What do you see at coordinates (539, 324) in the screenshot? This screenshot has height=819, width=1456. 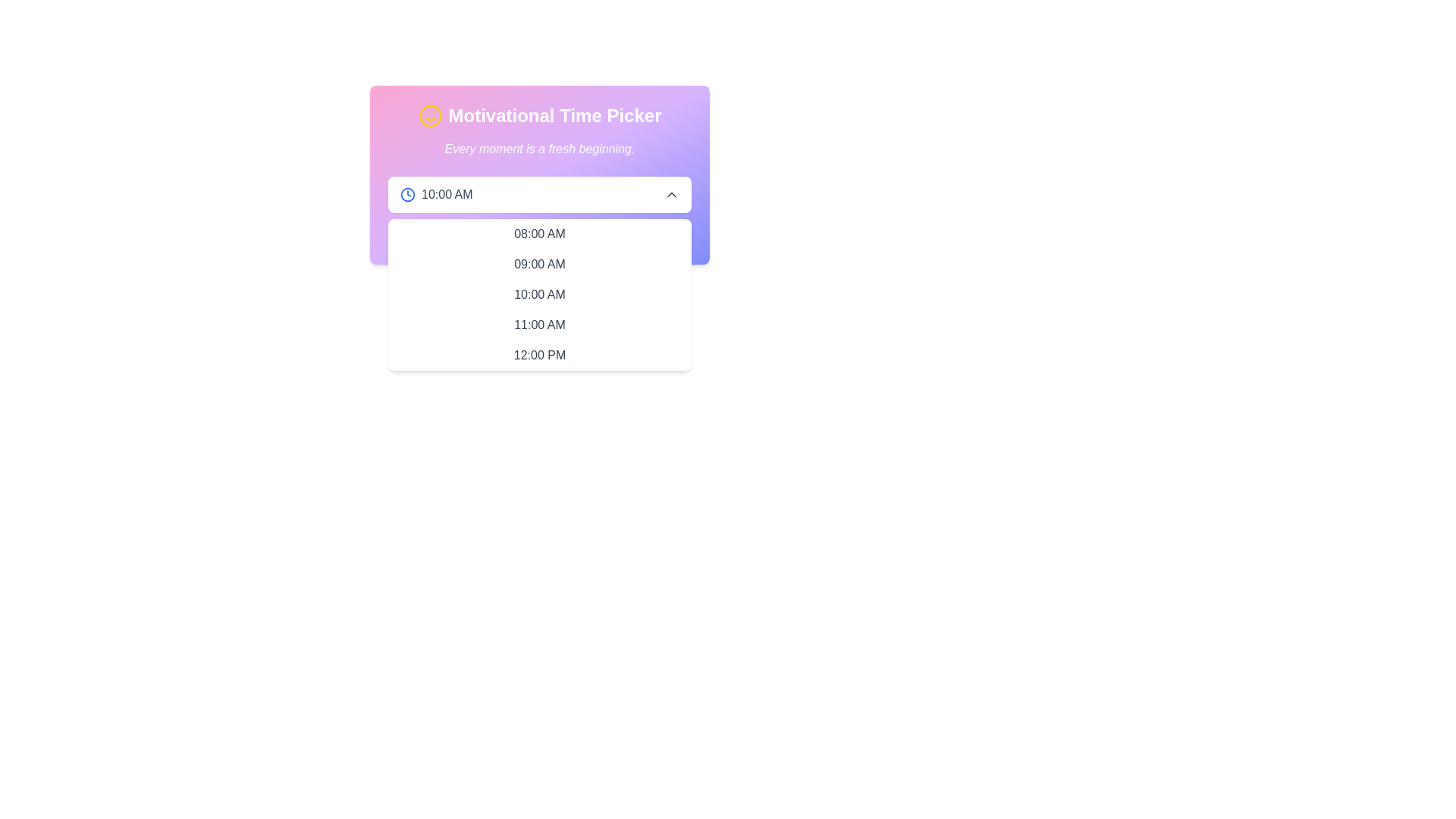 I see `the selectable text in the dropdown menu reading '11:00 AM'` at bounding box center [539, 324].